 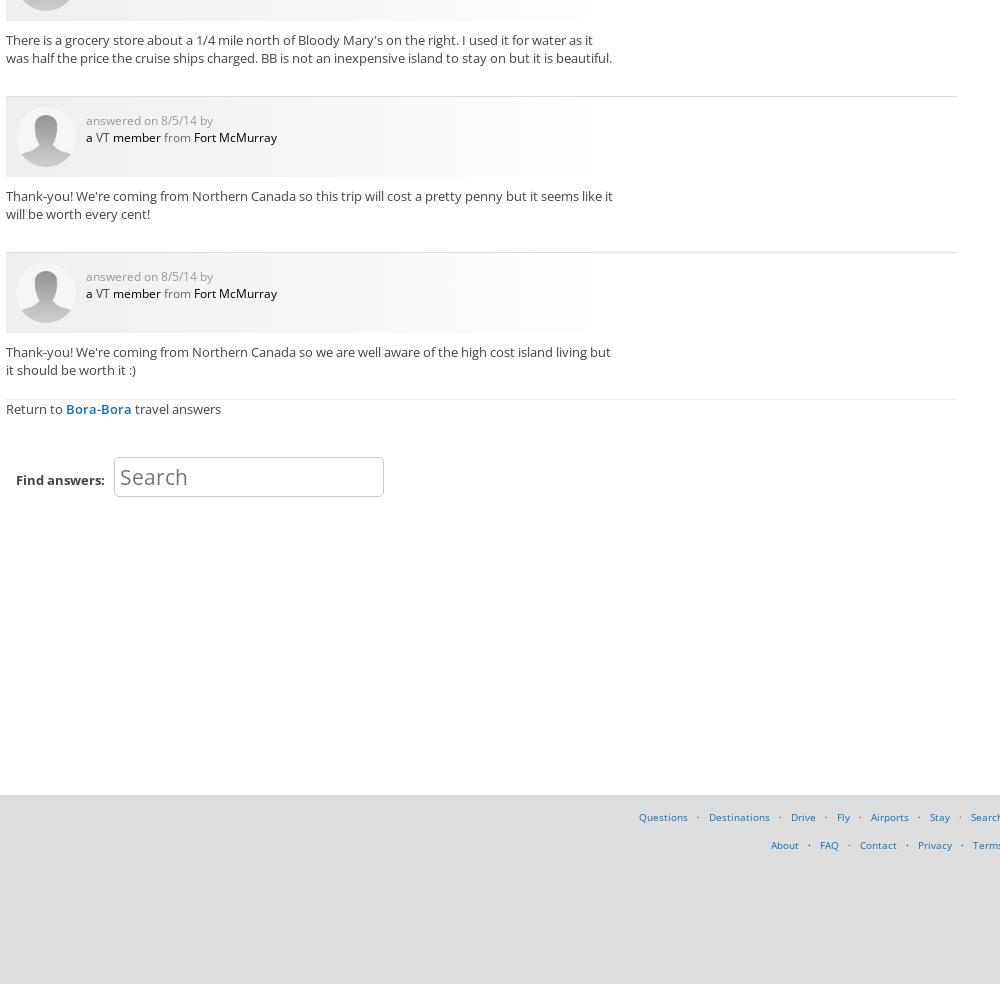 What do you see at coordinates (842, 815) in the screenshot?
I see `'Fly'` at bounding box center [842, 815].